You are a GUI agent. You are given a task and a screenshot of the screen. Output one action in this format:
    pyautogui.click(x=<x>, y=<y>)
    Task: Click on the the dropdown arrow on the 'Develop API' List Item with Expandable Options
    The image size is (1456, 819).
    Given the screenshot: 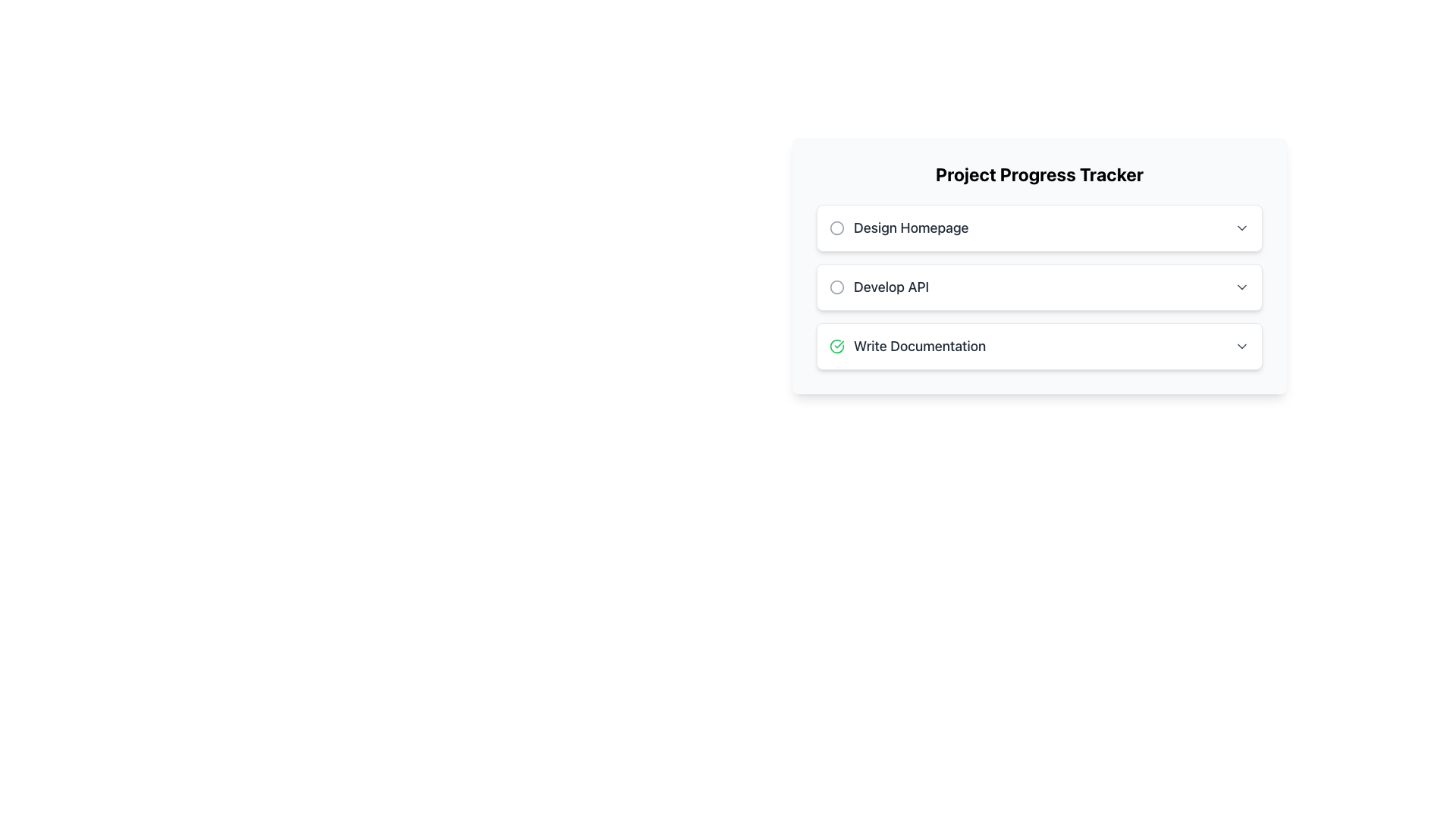 What is the action you would take?
    pyautogui.click(x=1039, y=287)
    